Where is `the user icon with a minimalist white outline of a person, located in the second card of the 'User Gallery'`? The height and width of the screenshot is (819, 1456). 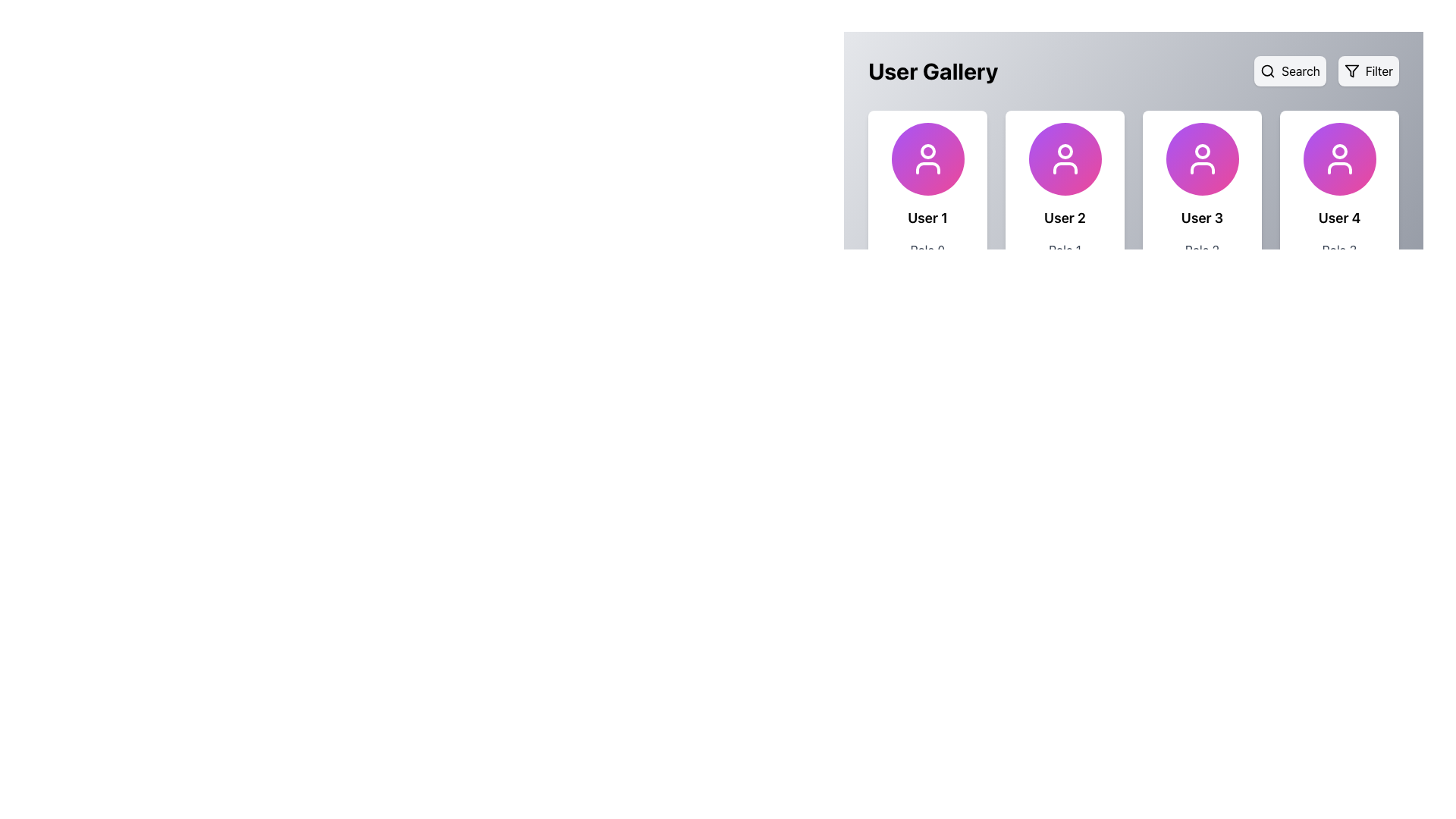
the user icon with a minimalist white outline of a person, located in the second card of the 'User Gallery' is located at coordinates (1064, 158).